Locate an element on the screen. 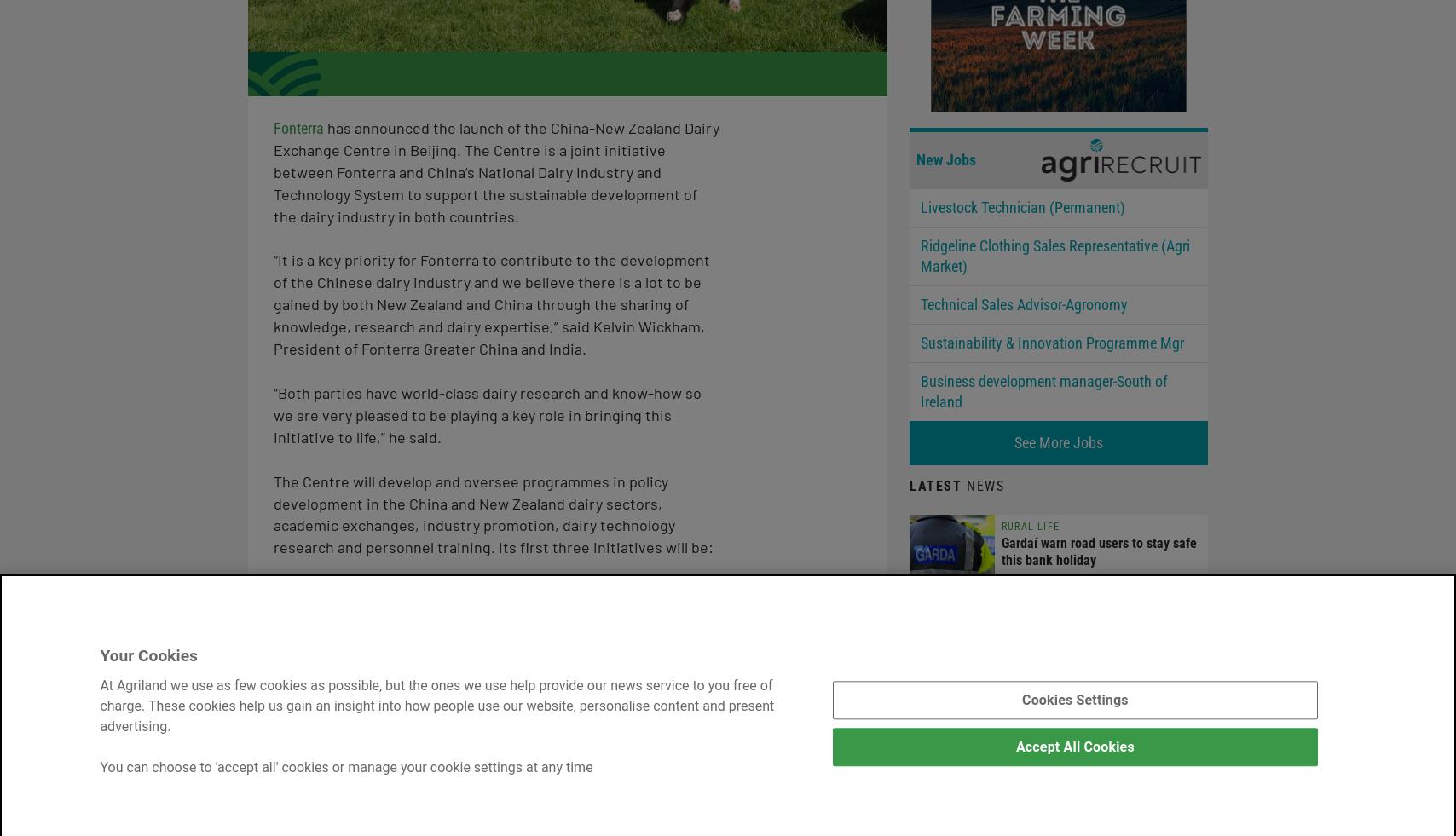  'Wang Yuchan, a scientist with the China Ministry of Agriculture’s National Dairy Industry and Technology System said:' is located at coordinates (491, 778).